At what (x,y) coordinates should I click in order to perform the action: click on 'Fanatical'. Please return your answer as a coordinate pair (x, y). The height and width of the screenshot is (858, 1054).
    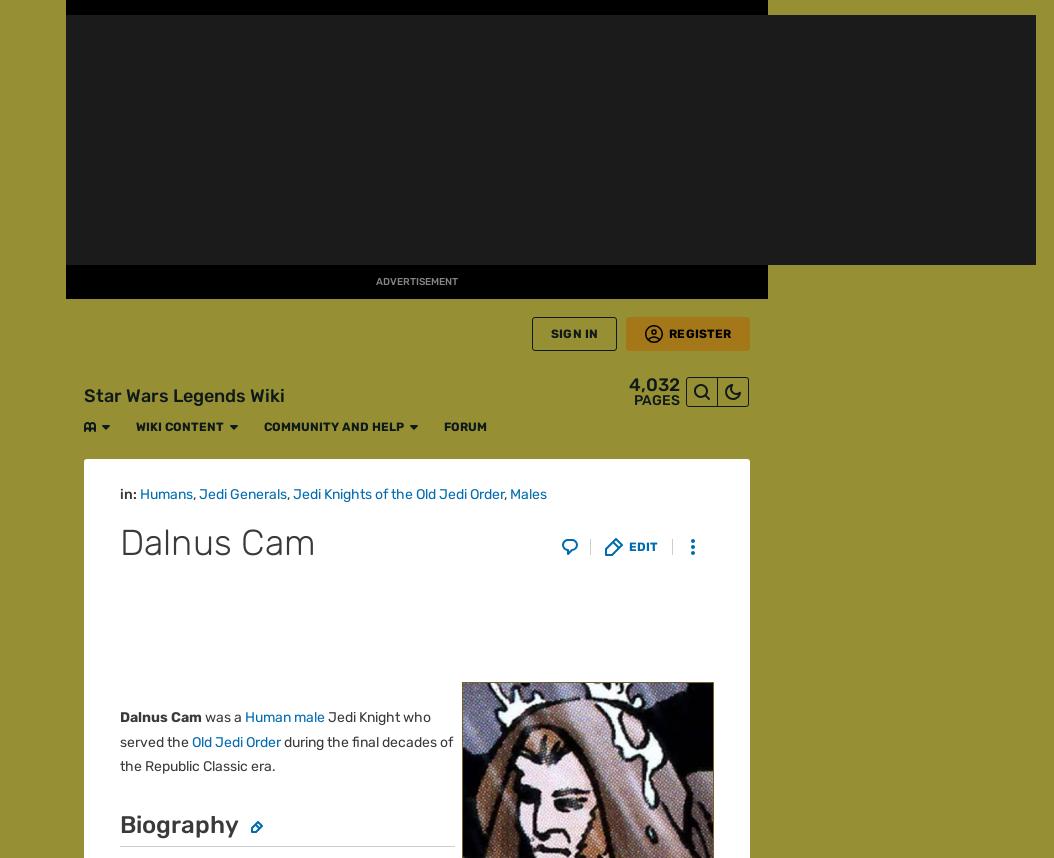
    Looking at the image, I should click on (461, 480).